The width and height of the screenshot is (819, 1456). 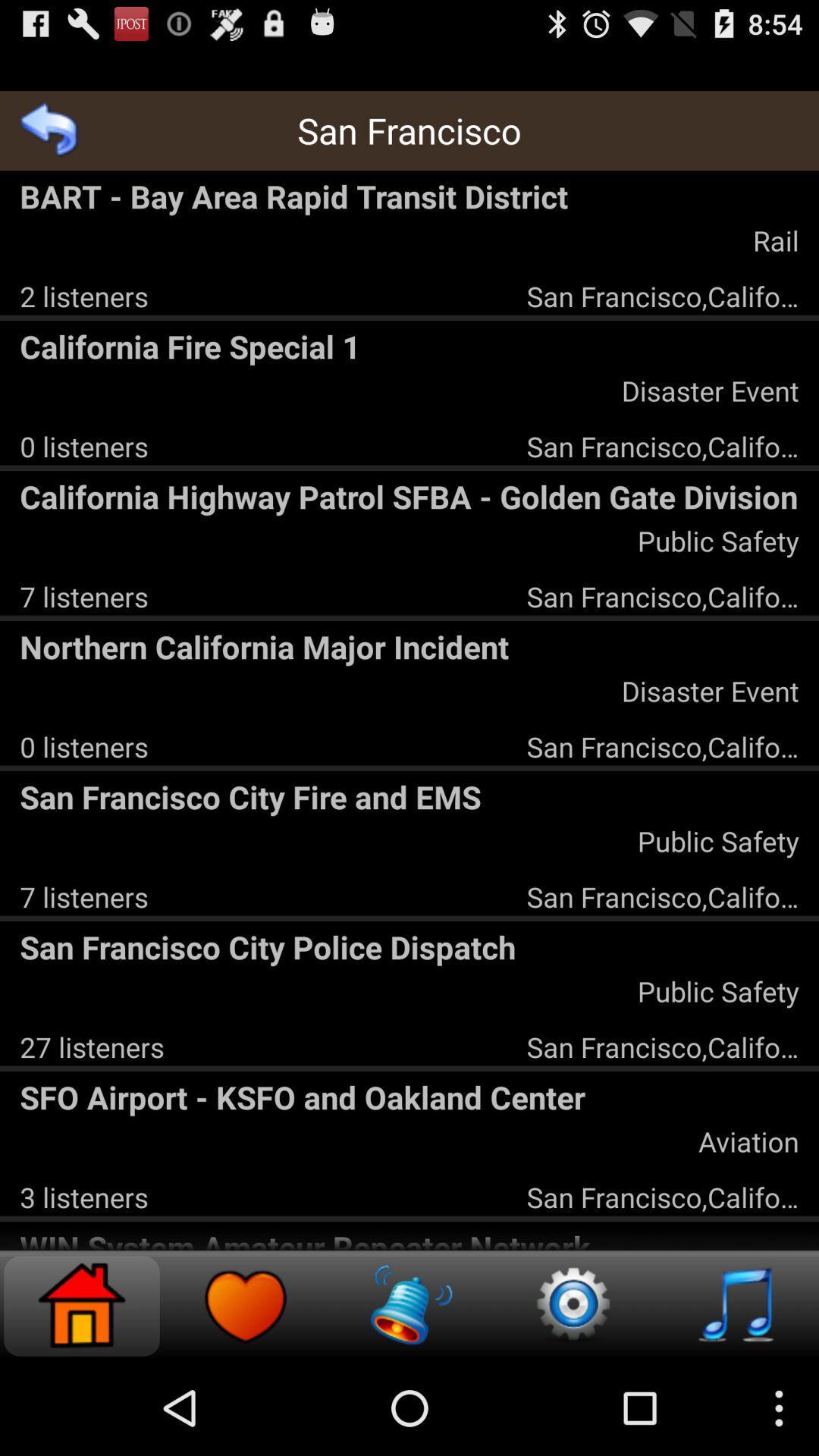 What do you see at coordinates (409, 1238) in the screenshot?
I see `win system amateur icon` at bounding box center [409, 1238].